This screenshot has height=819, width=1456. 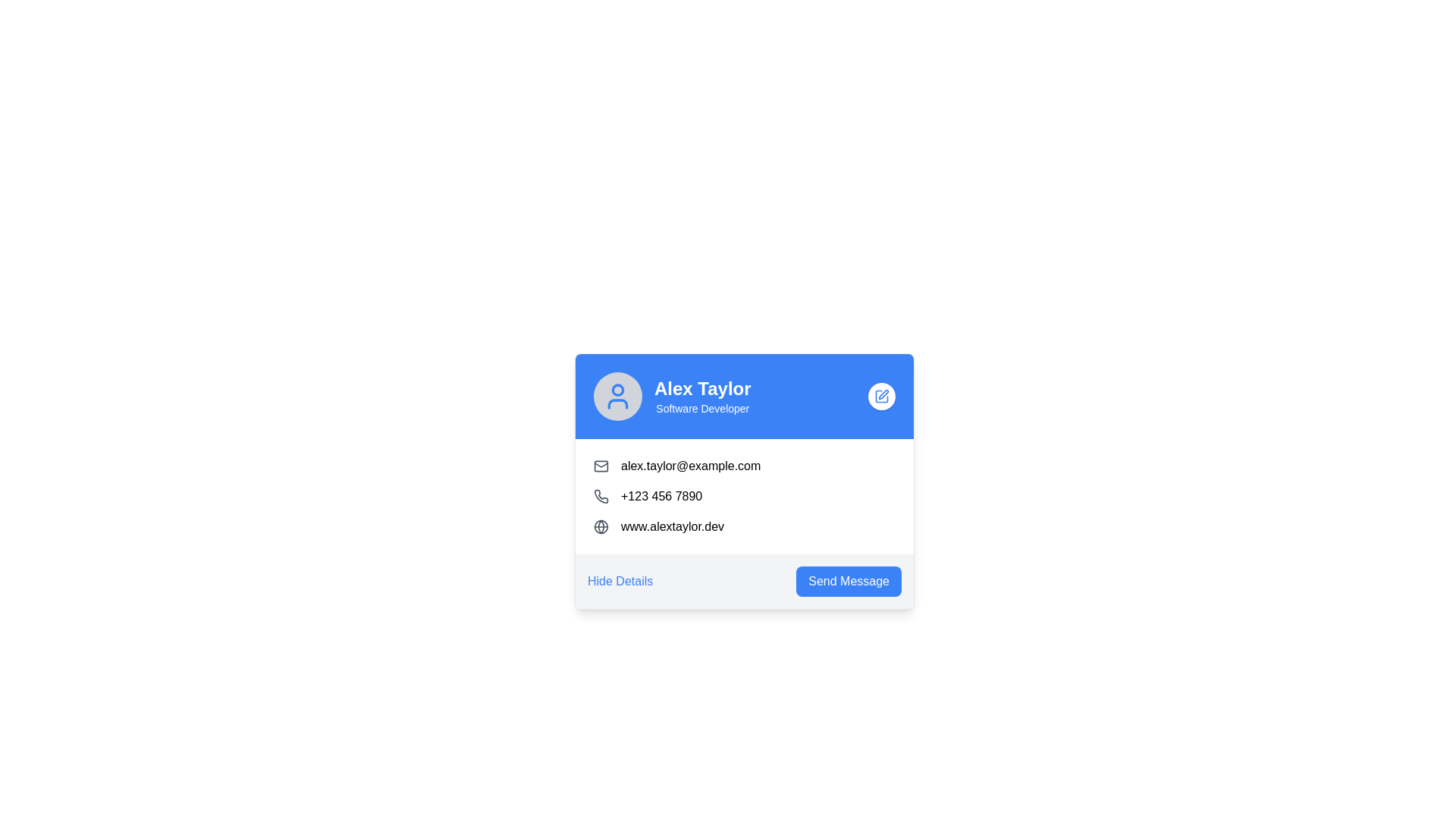 I want to click on the Text block that identifies the individual's name and role, located in the upper central portion of the card, next to the circular user avatar icon, so click(x=701, y=396).